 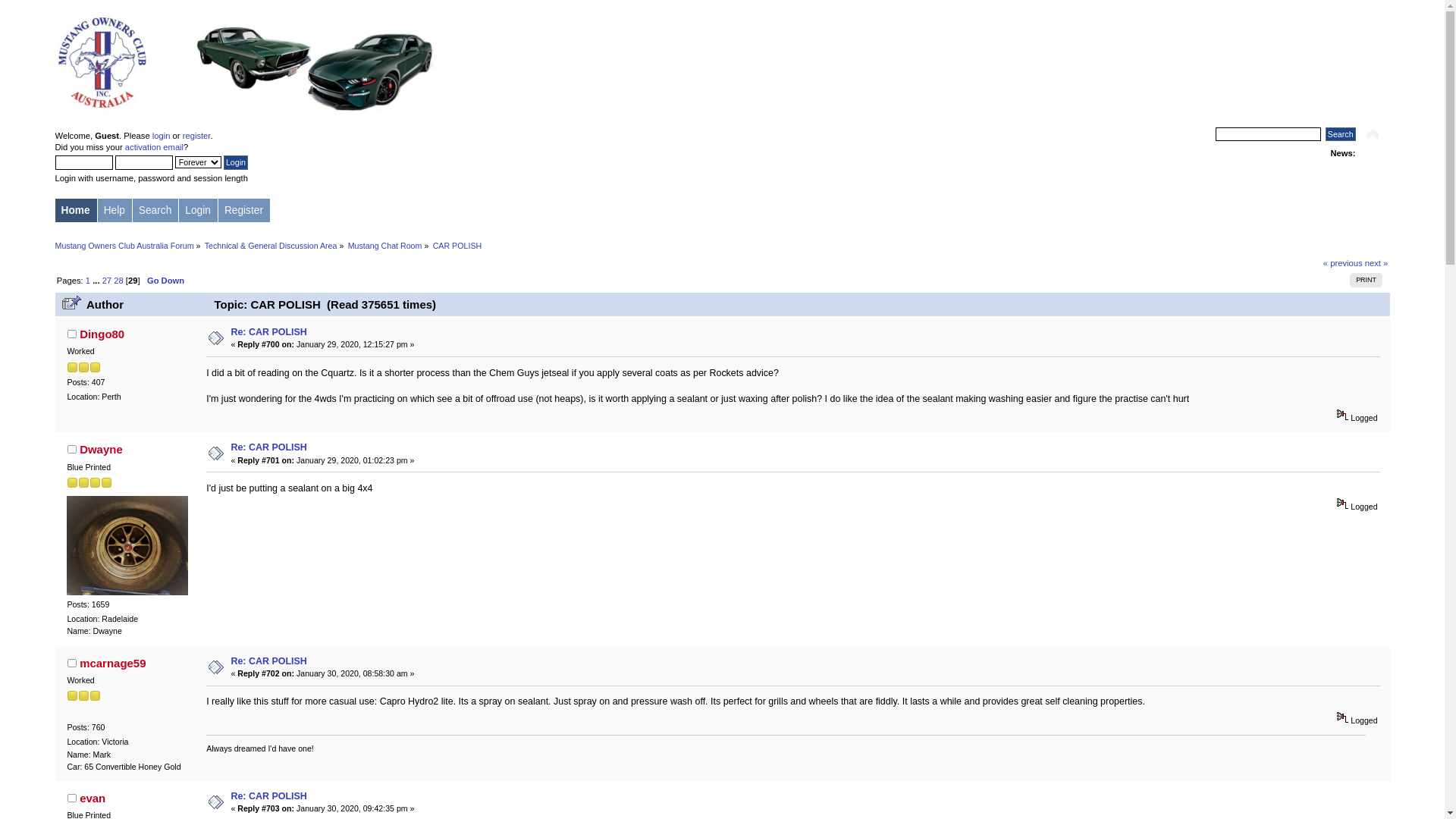 I want to click on 'Re: CAR POLISH', so click(x=268, y=447).